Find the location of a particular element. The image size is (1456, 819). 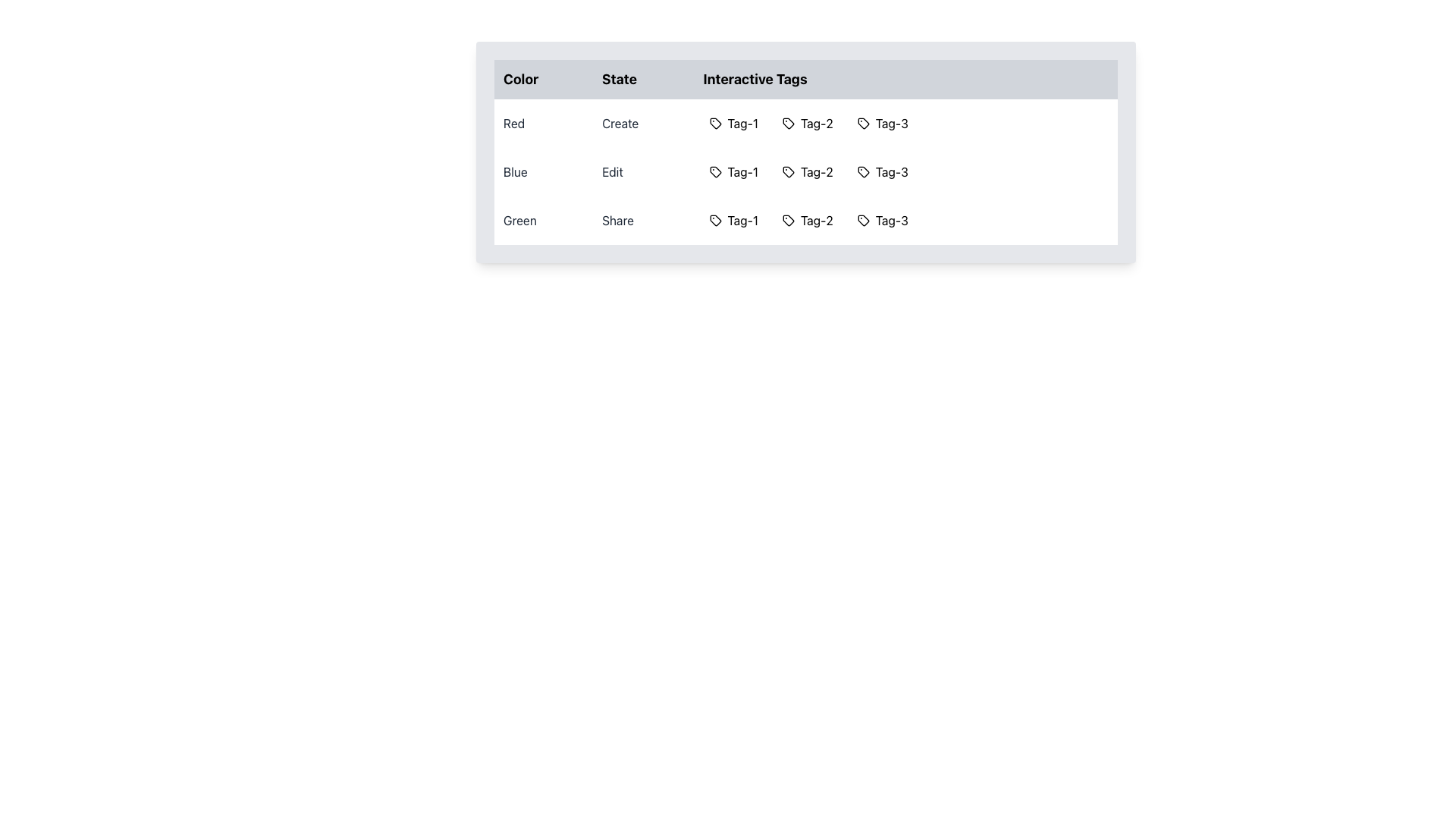

the third tag icon in the 'Interactive Tags' column of the row with the 'Share' state is located at coordinates (863, 220).